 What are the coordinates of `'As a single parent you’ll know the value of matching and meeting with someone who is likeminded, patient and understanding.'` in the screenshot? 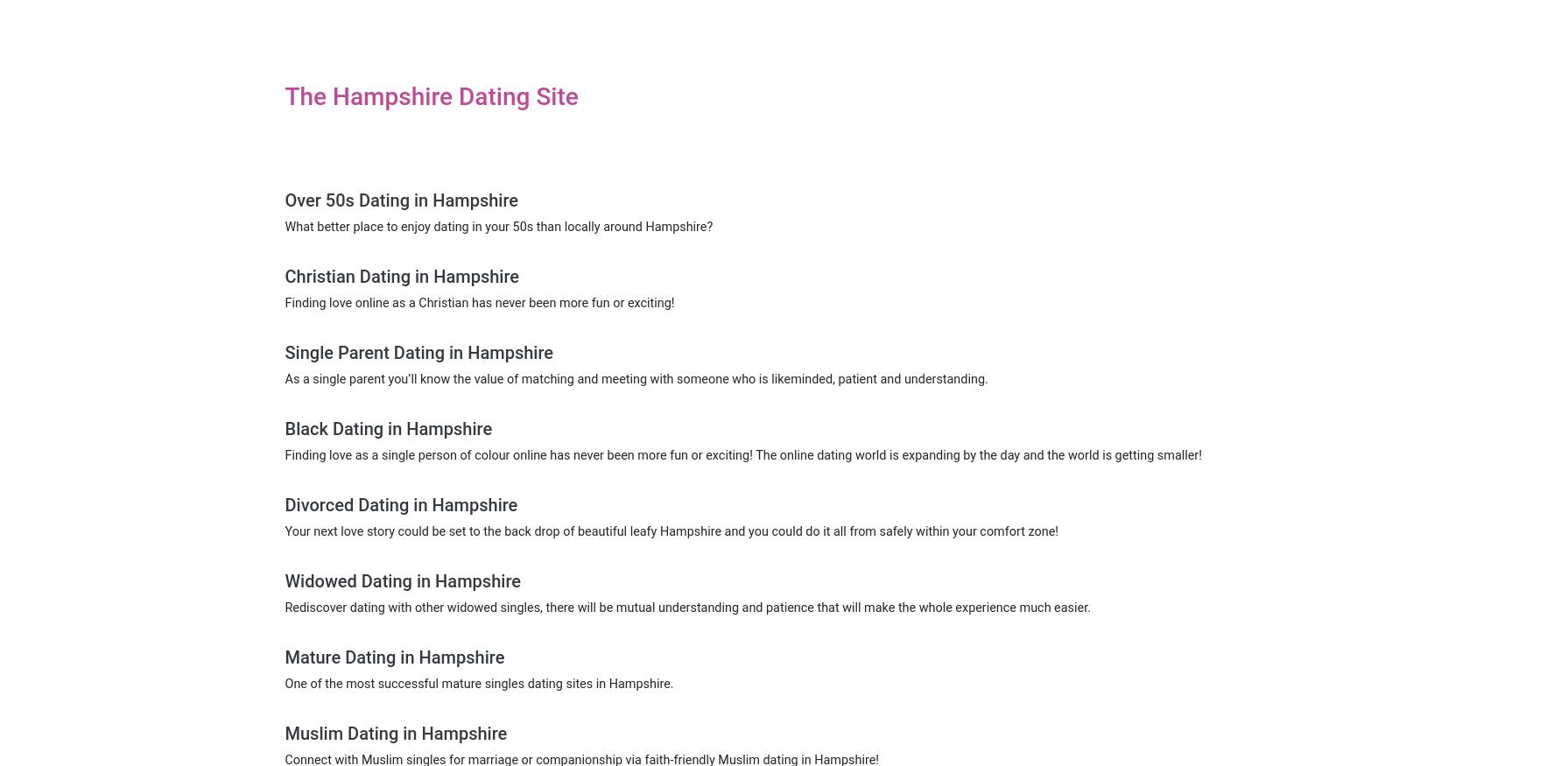 It's located at (636, 378).